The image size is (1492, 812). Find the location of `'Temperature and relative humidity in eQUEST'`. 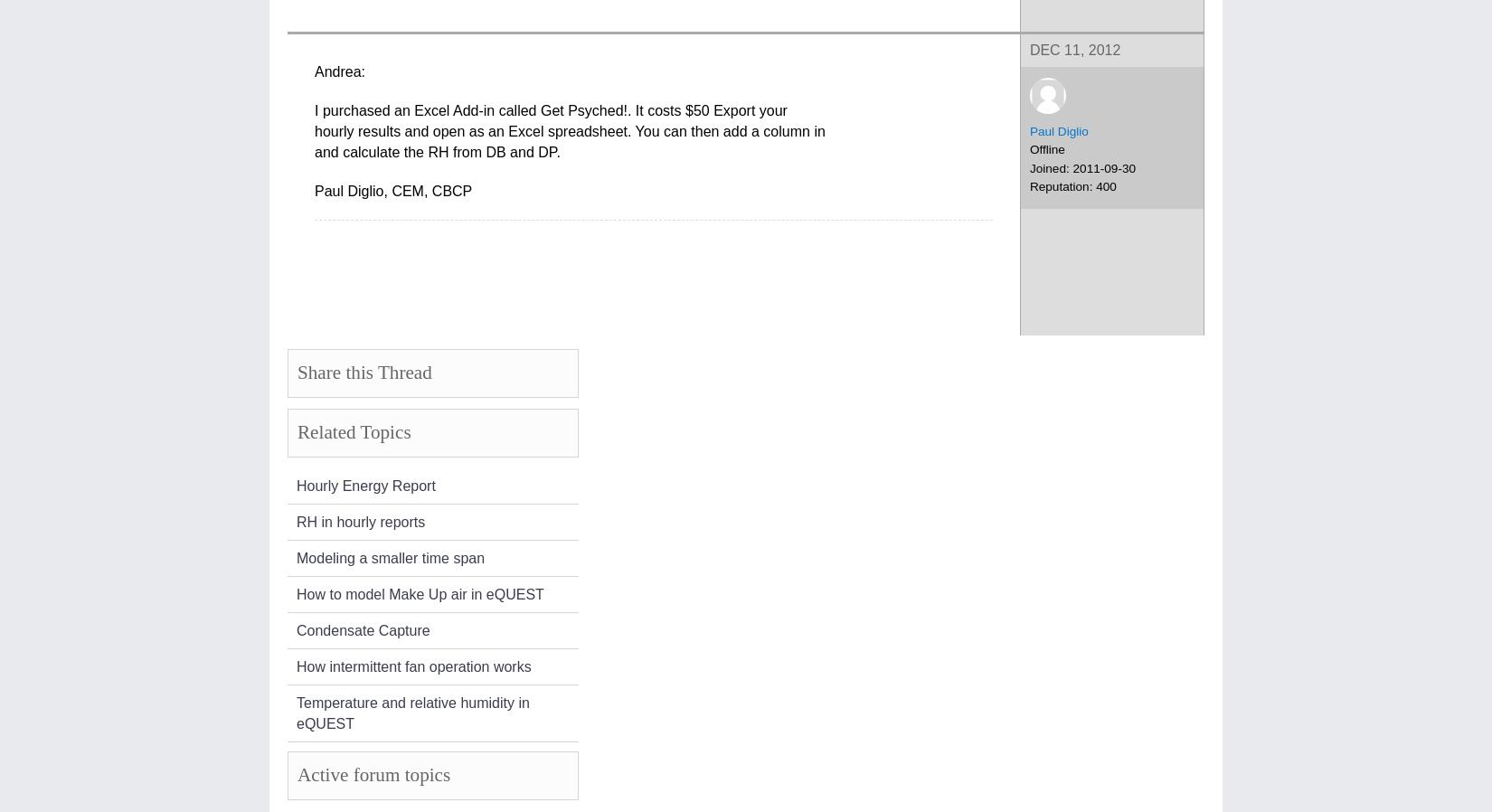

'Temperature and relative humidity in eQUEST' is located at coordinates (297, 712).